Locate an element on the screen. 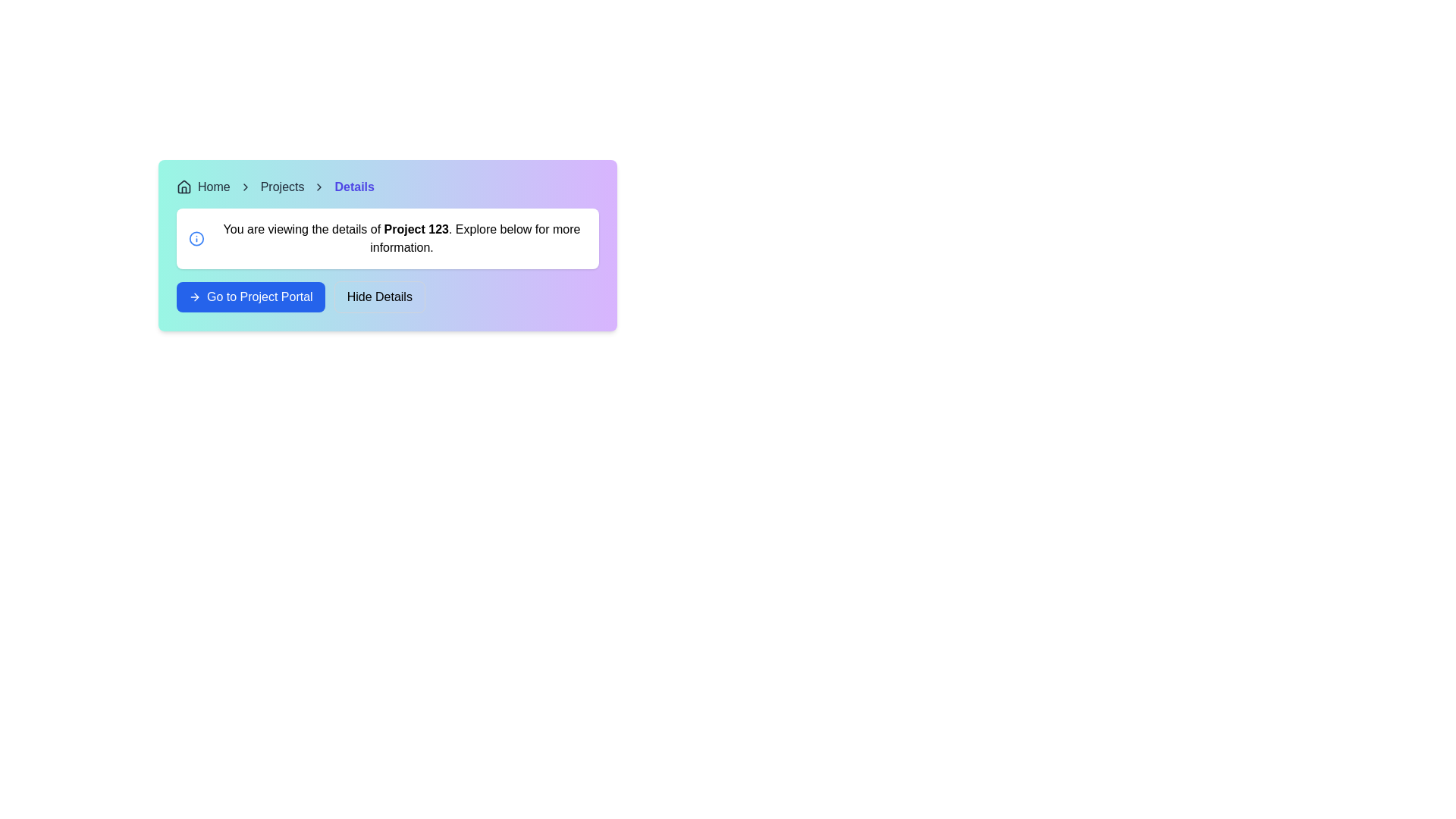  the third and last entry in the breadcrumb navigation, which serves as an indicator of the current page or section within the site is located at coordinates (353, 186).